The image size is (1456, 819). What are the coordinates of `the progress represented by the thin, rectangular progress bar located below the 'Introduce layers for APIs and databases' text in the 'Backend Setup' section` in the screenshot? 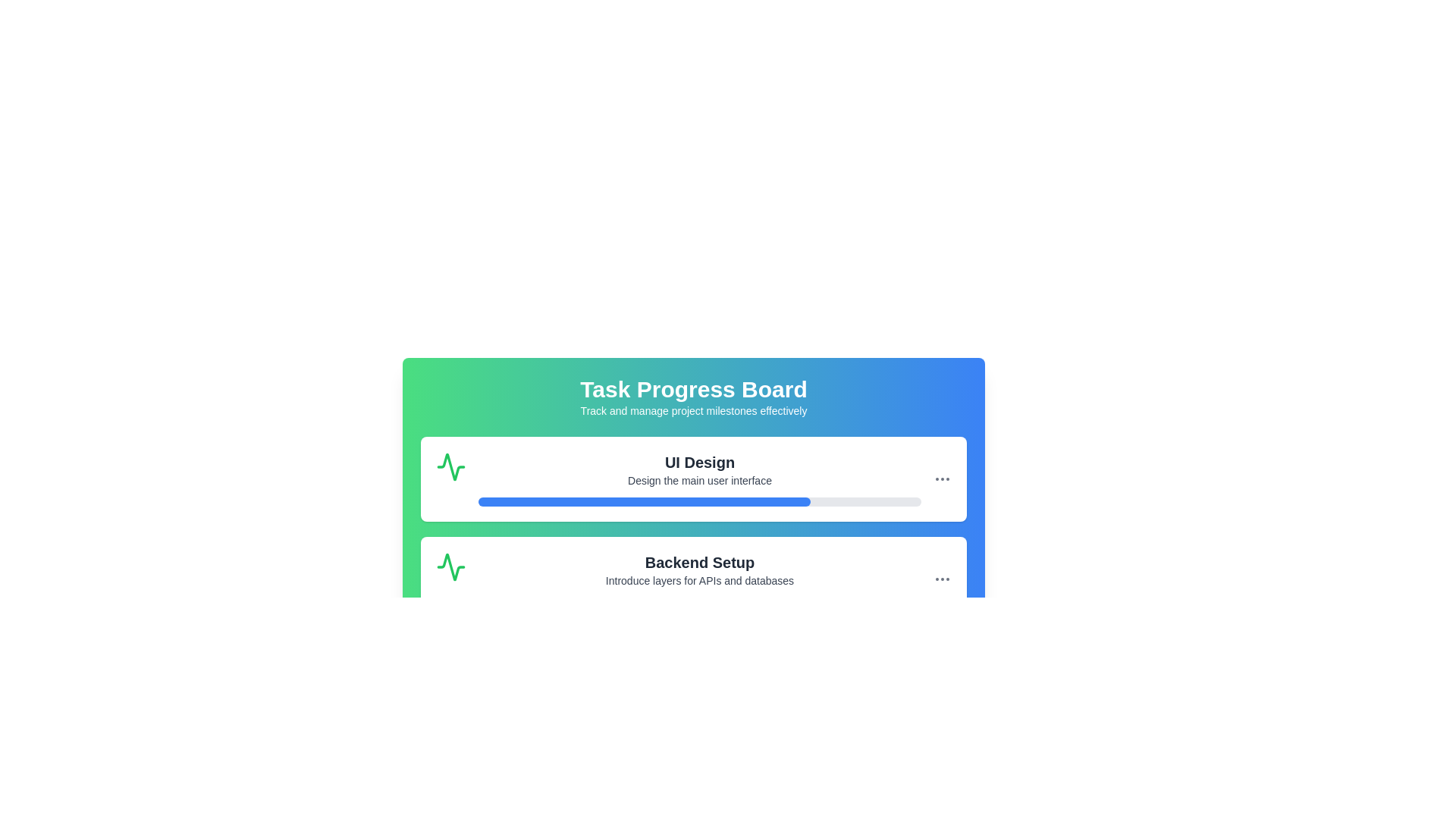 It's located at (698, 601).